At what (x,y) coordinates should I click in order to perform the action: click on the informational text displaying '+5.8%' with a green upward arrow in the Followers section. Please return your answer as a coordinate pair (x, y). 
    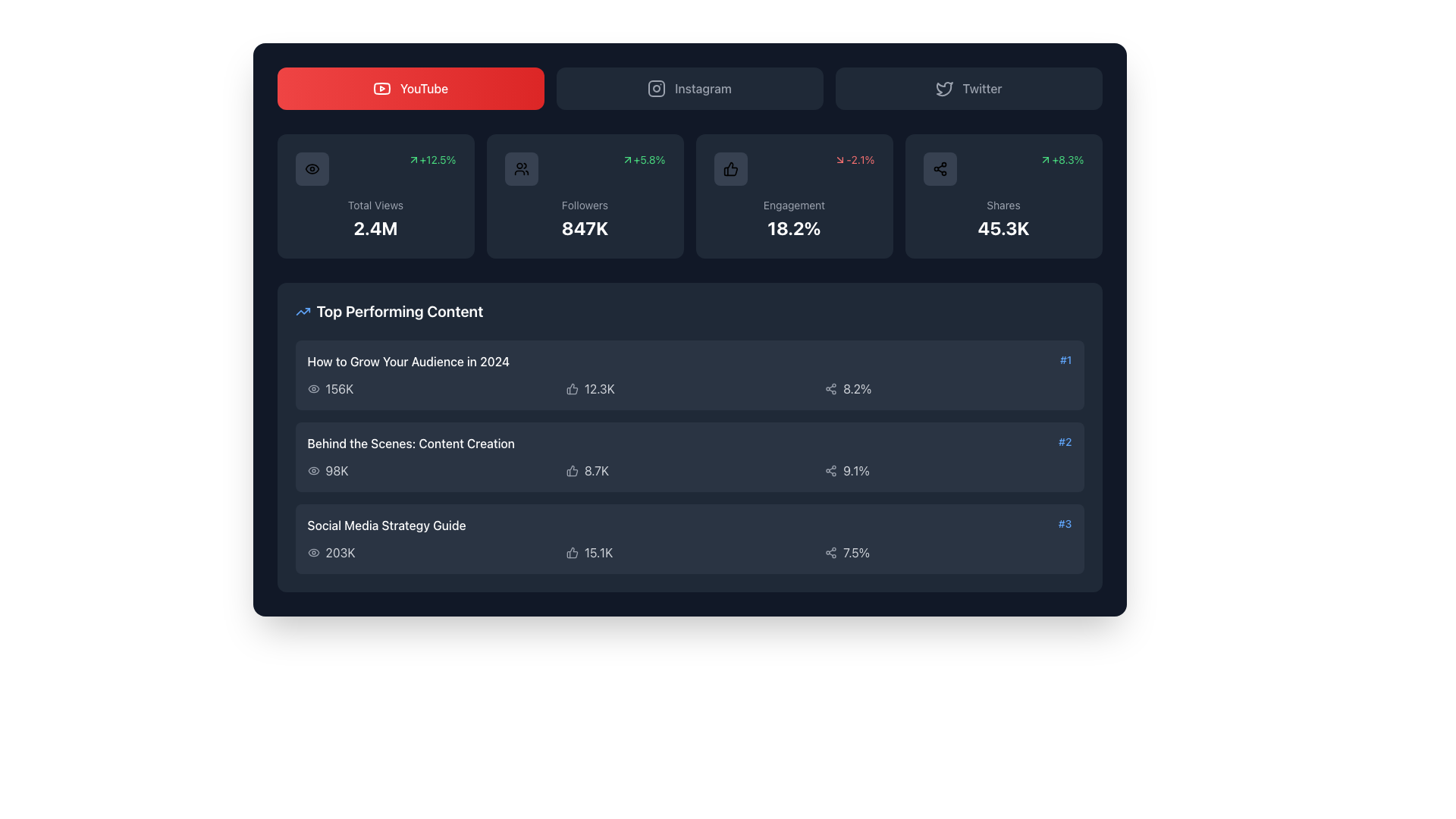
    Looking at the image, I should click on (643, 160).